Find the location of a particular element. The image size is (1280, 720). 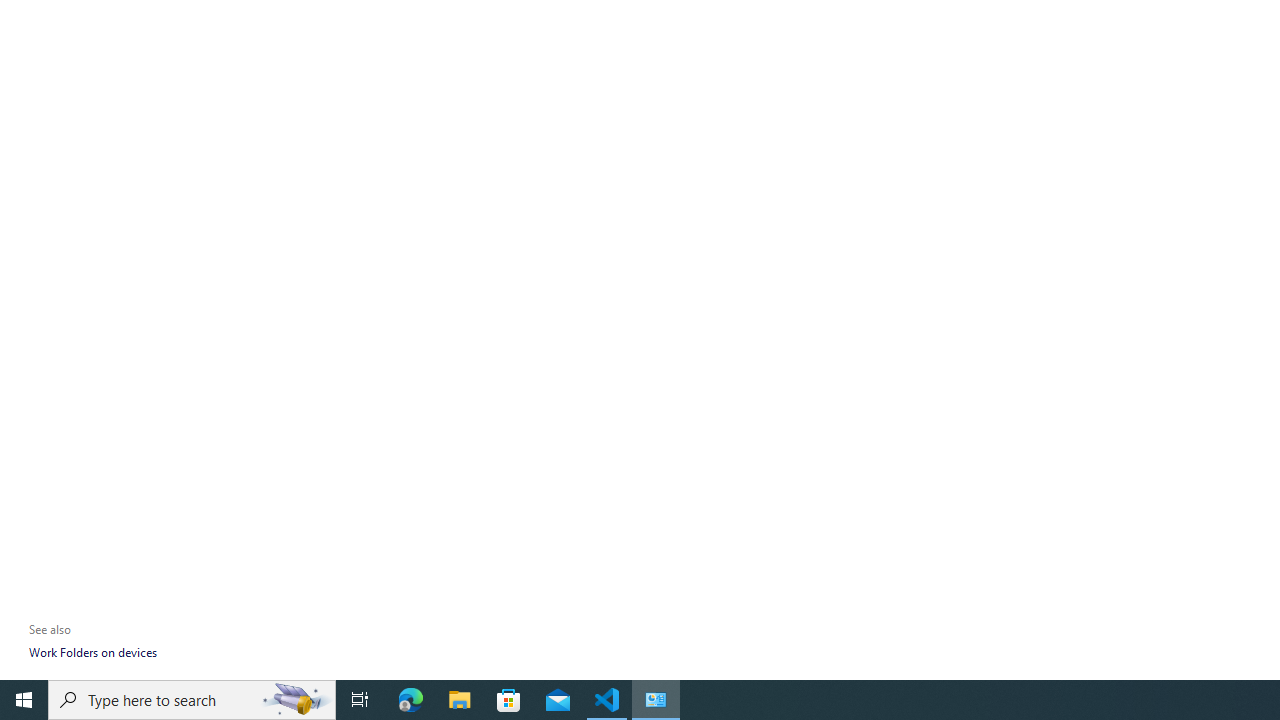

'Control Panel - 1 running window' is located at coordinates (656, 698).